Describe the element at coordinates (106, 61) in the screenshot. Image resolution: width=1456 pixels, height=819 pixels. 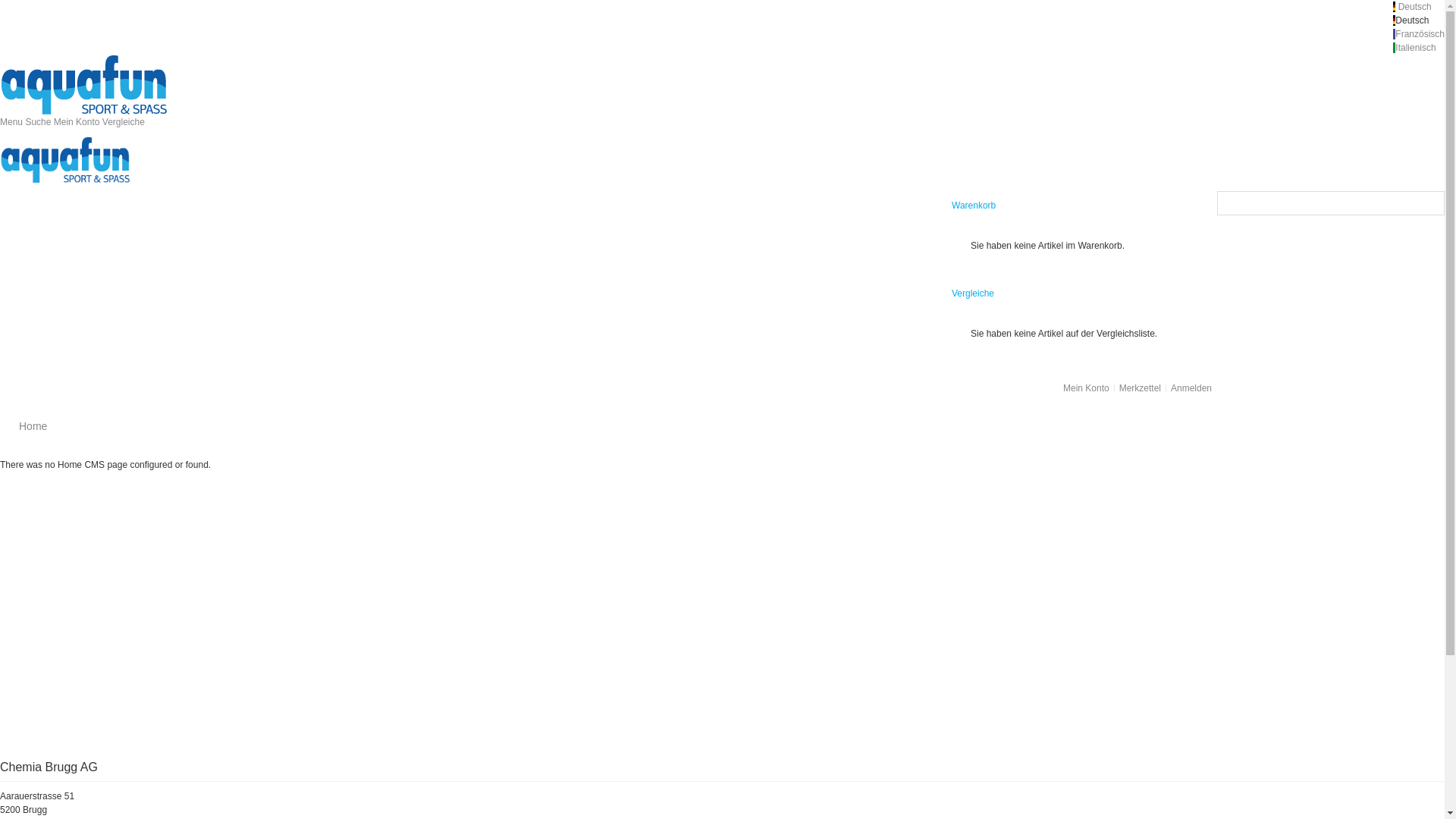
I see `'Magento Commerce'` at that location.